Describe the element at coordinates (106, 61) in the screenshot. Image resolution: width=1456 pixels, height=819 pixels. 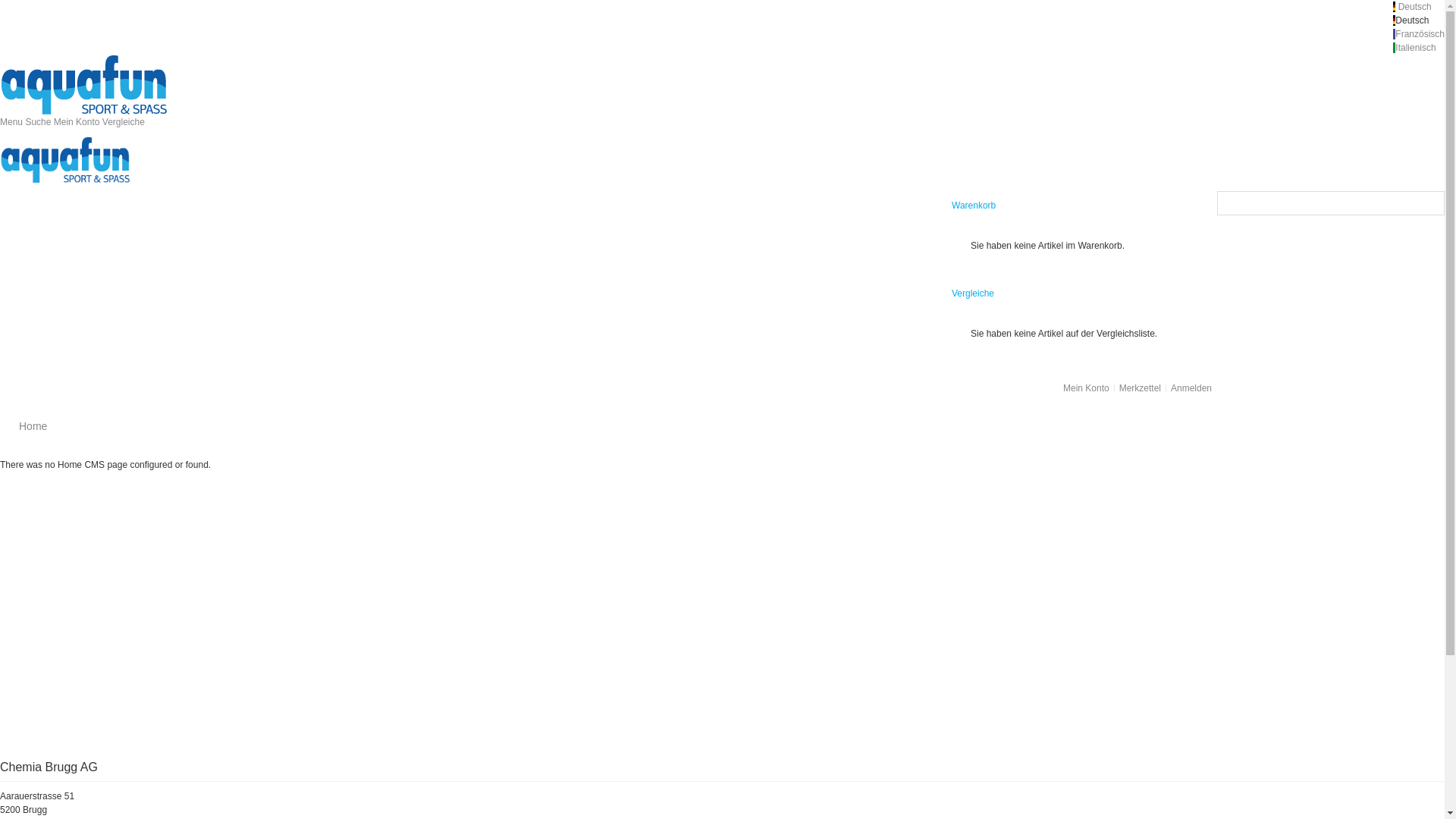
I see `'Magento Commerce'` at that location.